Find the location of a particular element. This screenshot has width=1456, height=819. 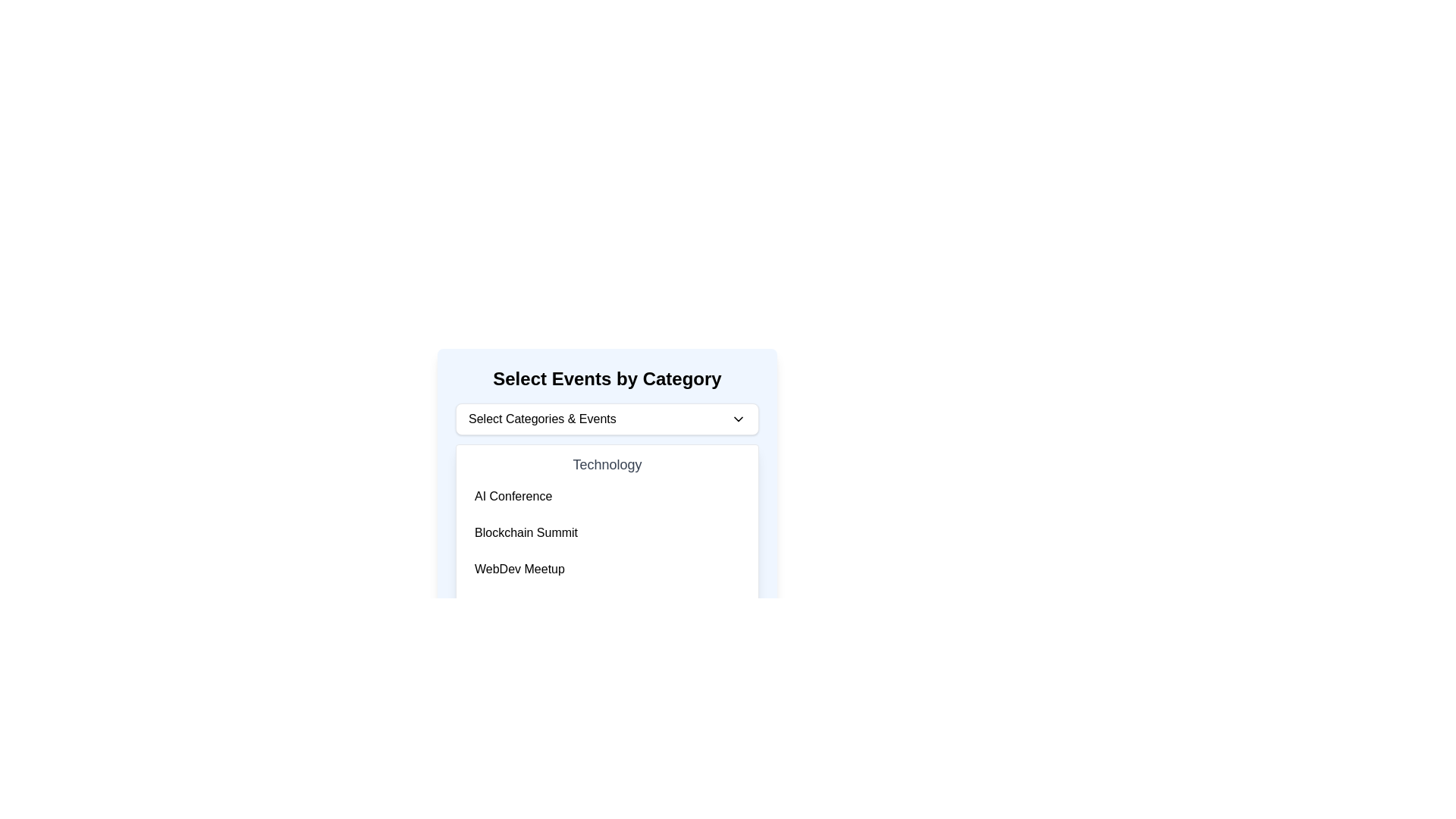

the dropdown menu button labeled 'Select Categories & Events' is located at coordinates (607, 419).